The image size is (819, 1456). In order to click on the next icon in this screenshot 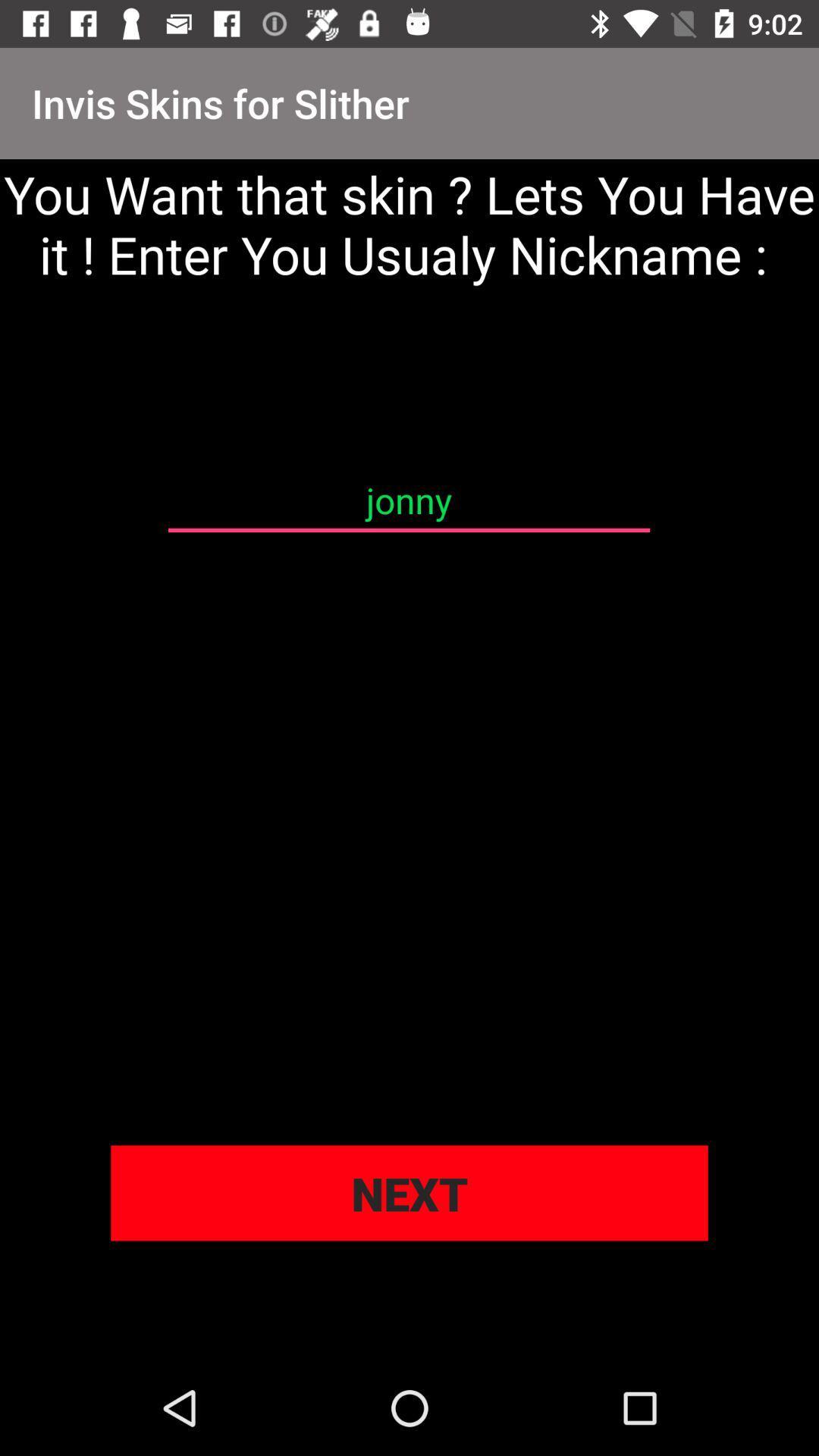, I will do `click(409, 1192)`.